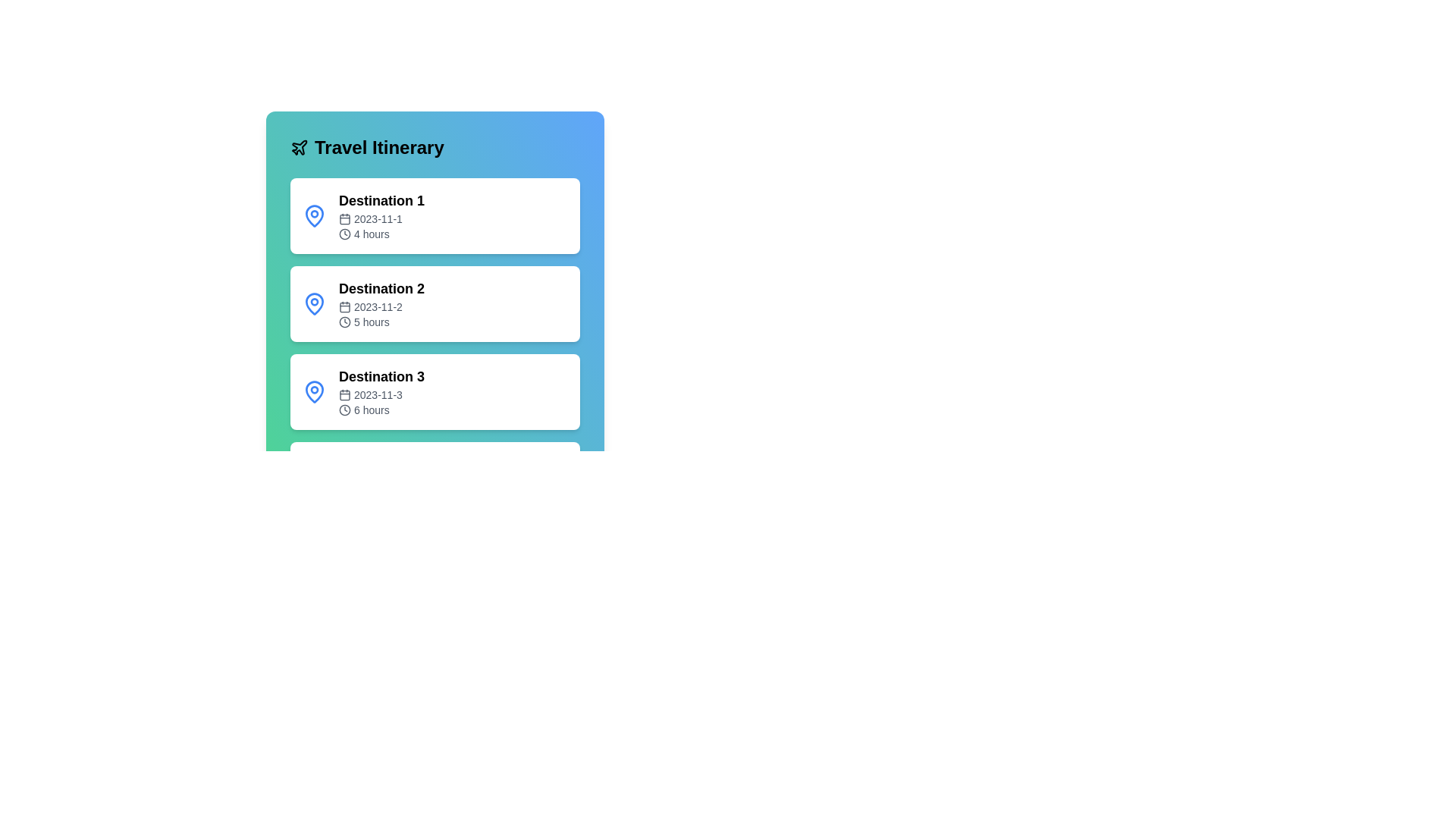  What do you see at coordinates (344, 321) in the screenshot?
I see `the clock icon located to the left of the text '5 hours' under 'Destination 2' in the list to indicate the time-related concept visually` at bounding box center [344, 321].